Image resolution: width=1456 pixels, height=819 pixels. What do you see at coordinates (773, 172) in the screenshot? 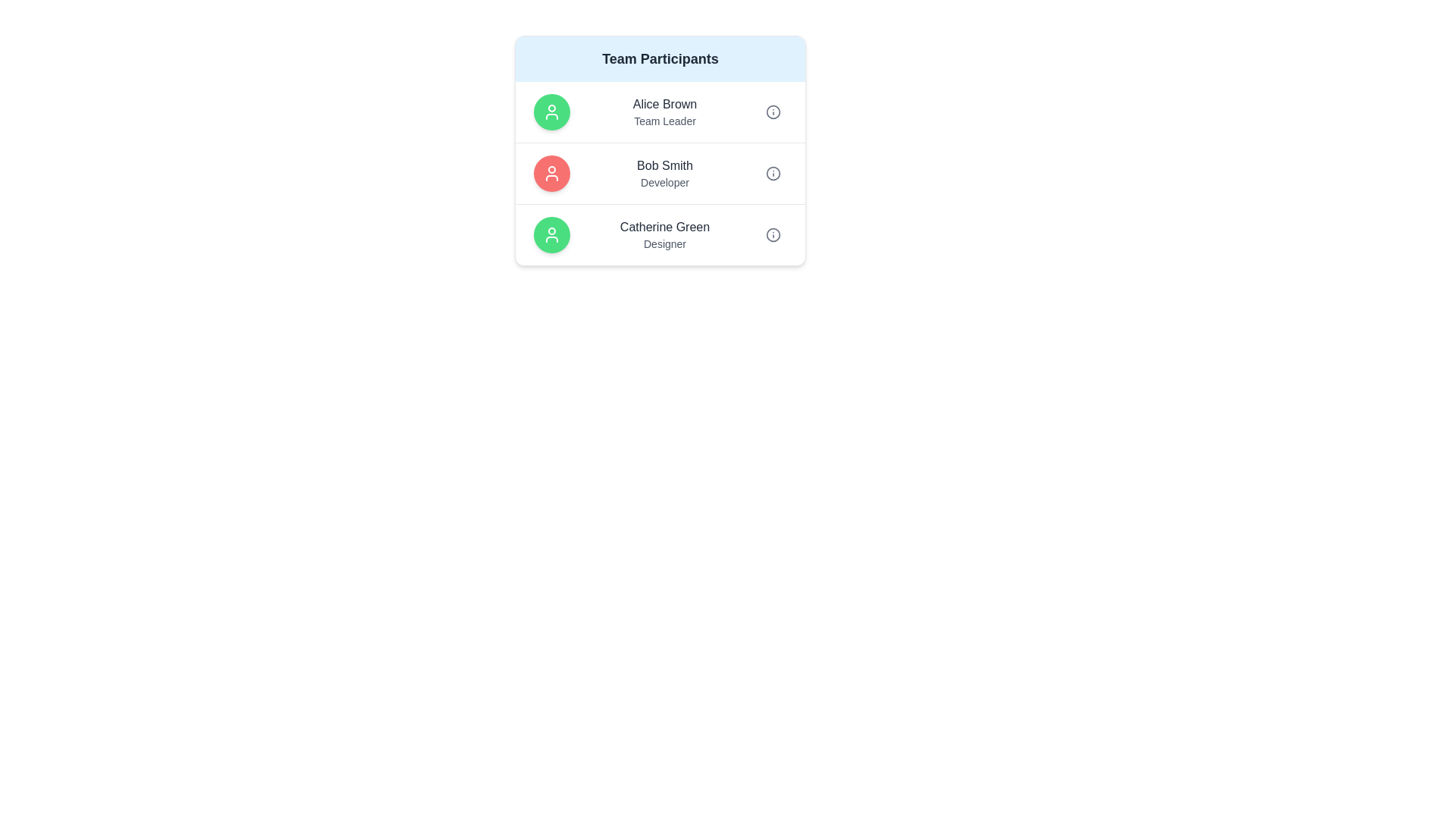
I see `the circular light gray icon button featuring an info symbol located to the right of the 'Bob Smith Developer' row in the 'Team Participants' section` at bounding box center [773, 172].